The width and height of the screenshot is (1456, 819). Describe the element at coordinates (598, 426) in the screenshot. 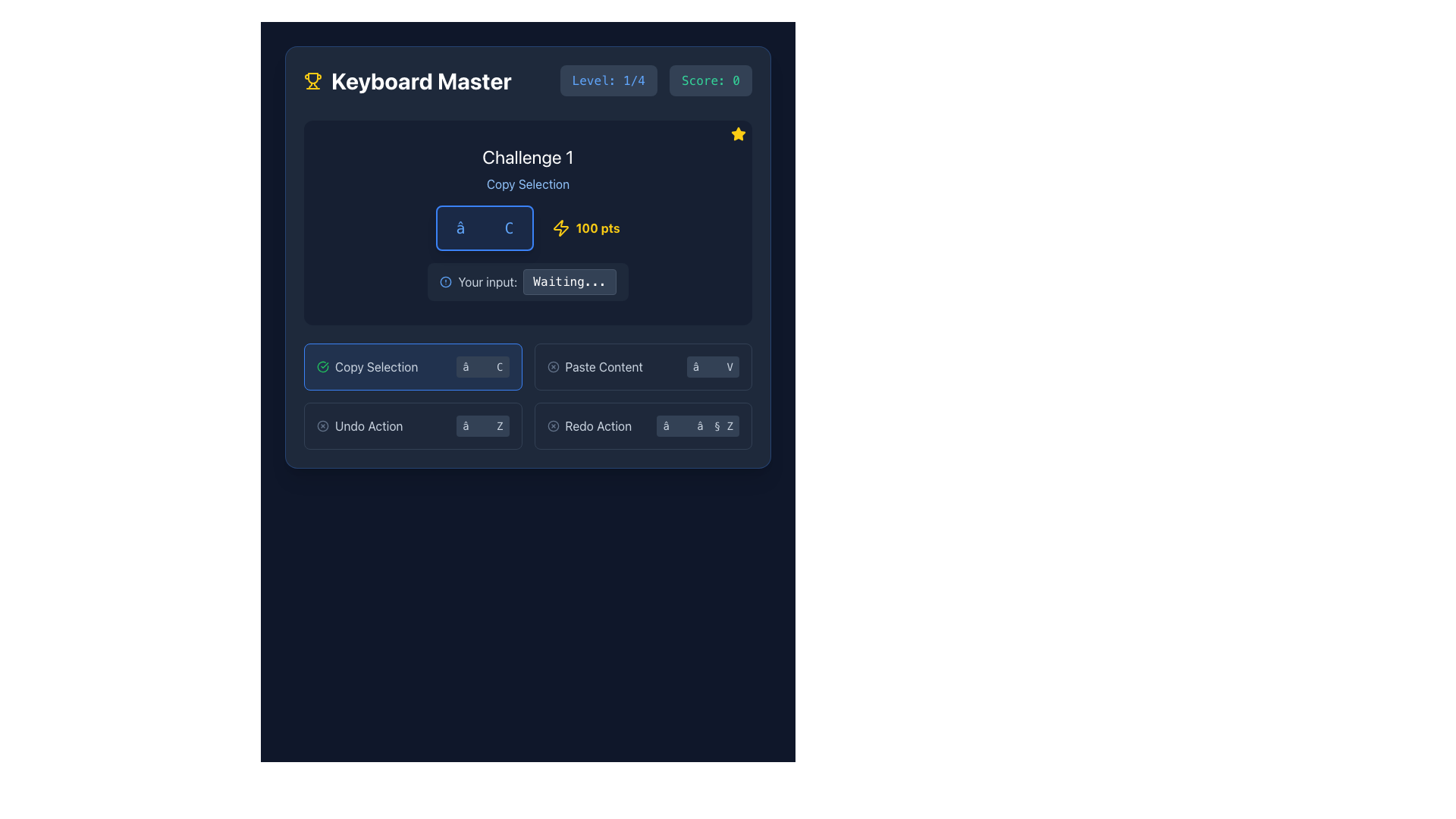

I see `the 'Redo Action' text label located in the bottom row of action buttons, positioned in the fourth column, to the right of the 'Undo Action' button` at that location.